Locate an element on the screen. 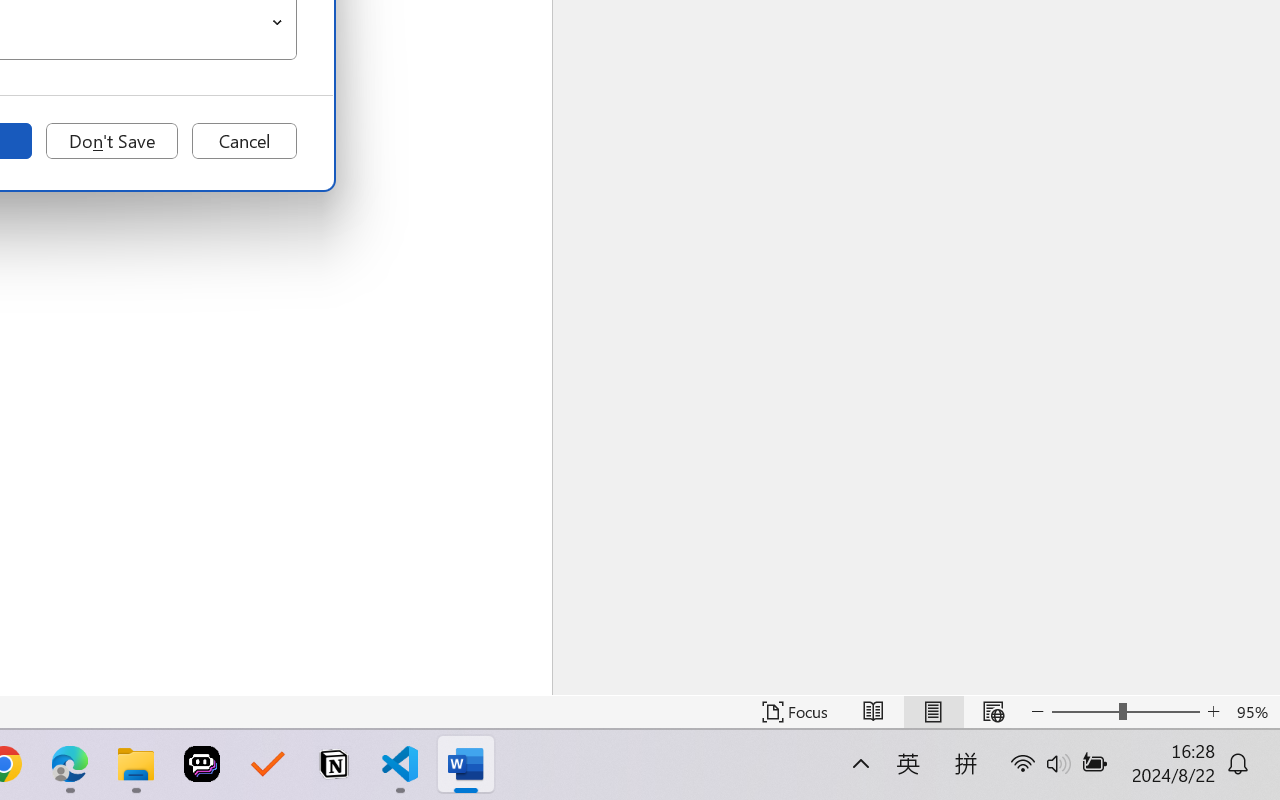 The height and width of the screenshot is (800, 1280). 'Poe' is located at coordinates (202, 764).